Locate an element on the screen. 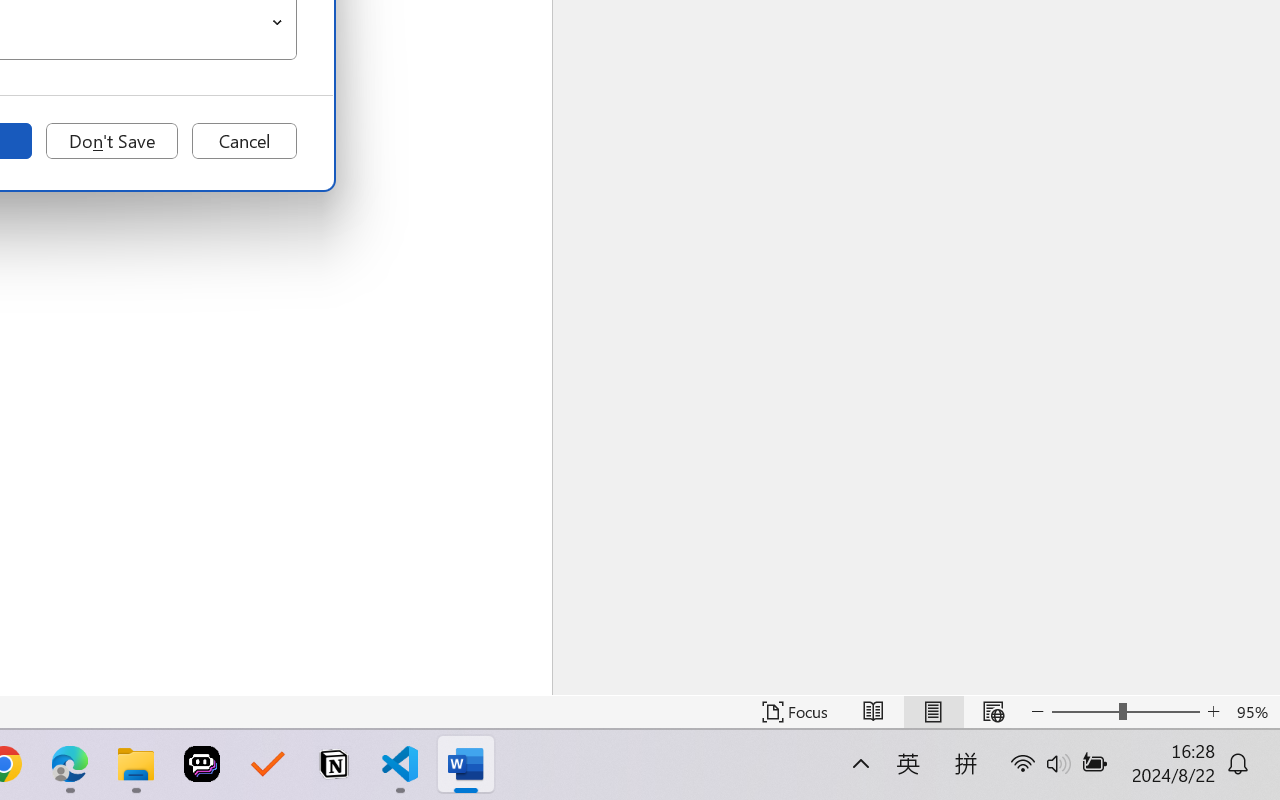 The height and width of the screenshot is (800, 1280). 'Poe' is located at coordinates (202, 764).